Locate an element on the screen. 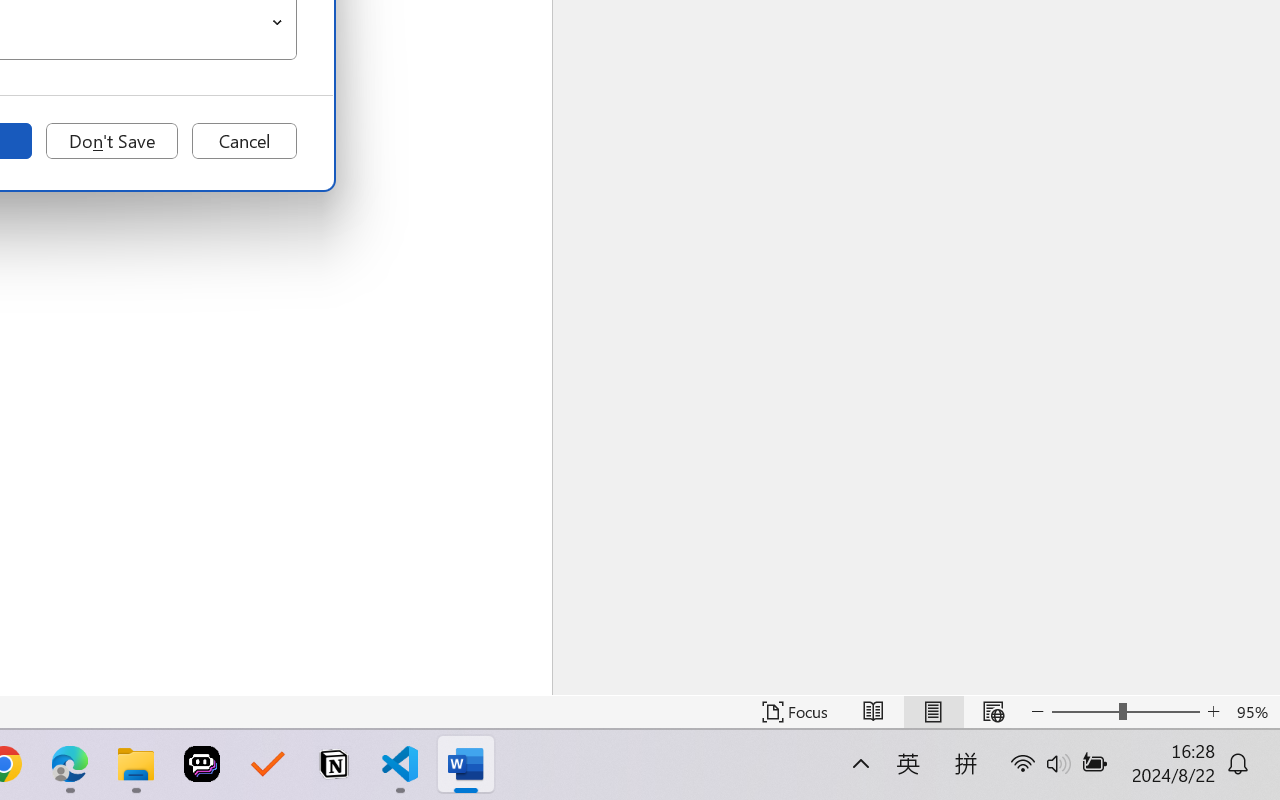 The height and width of the screenshot is (800, 1280). 'Poe' is located at coordinates (202, 764).